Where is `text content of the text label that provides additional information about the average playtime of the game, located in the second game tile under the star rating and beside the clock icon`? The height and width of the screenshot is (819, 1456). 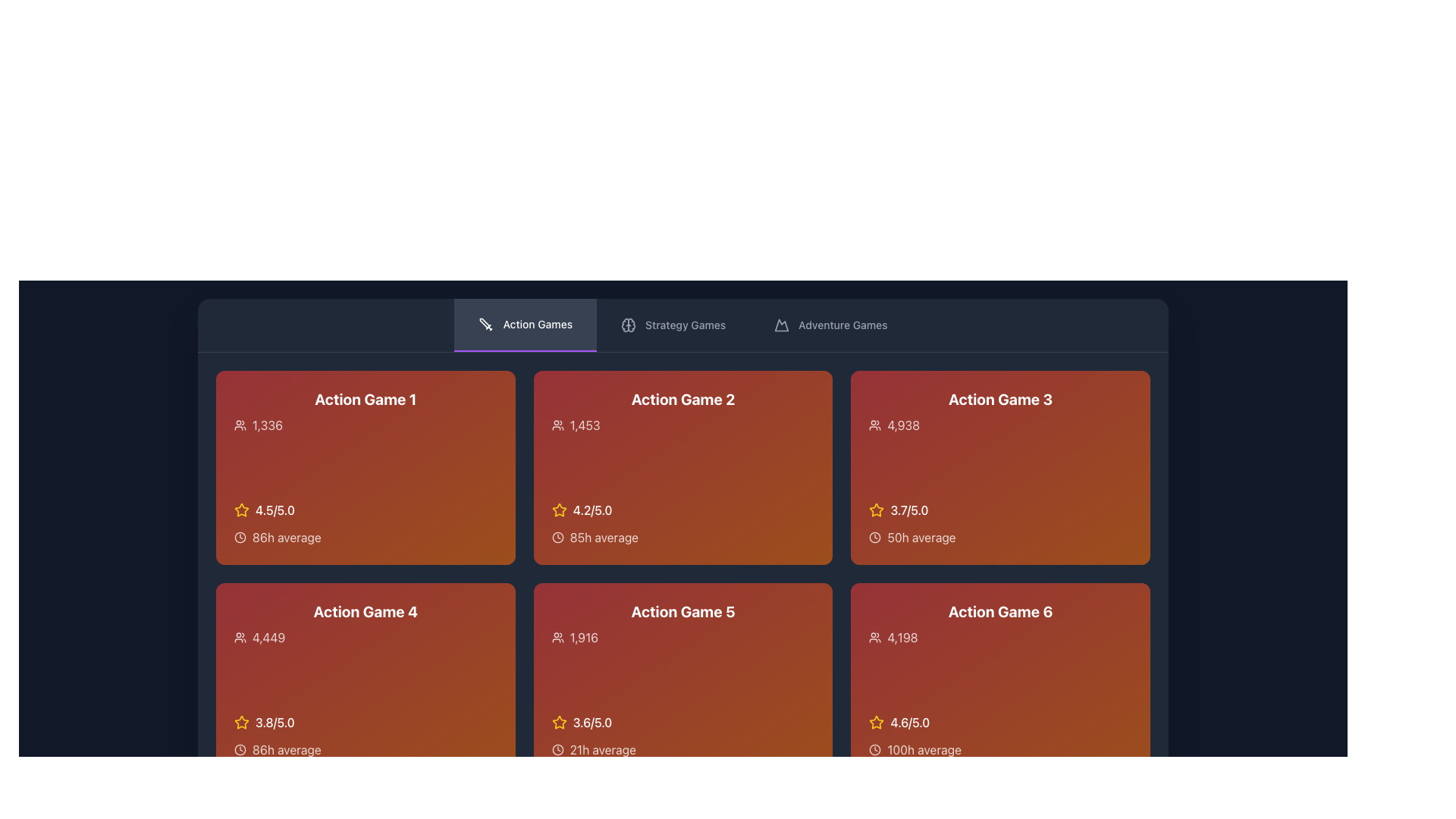 text content of the text label that provides additional information about the average playtime of the game, located in the second game tile under the star rating and beside the clock icon is located at coordinates (603, 537).